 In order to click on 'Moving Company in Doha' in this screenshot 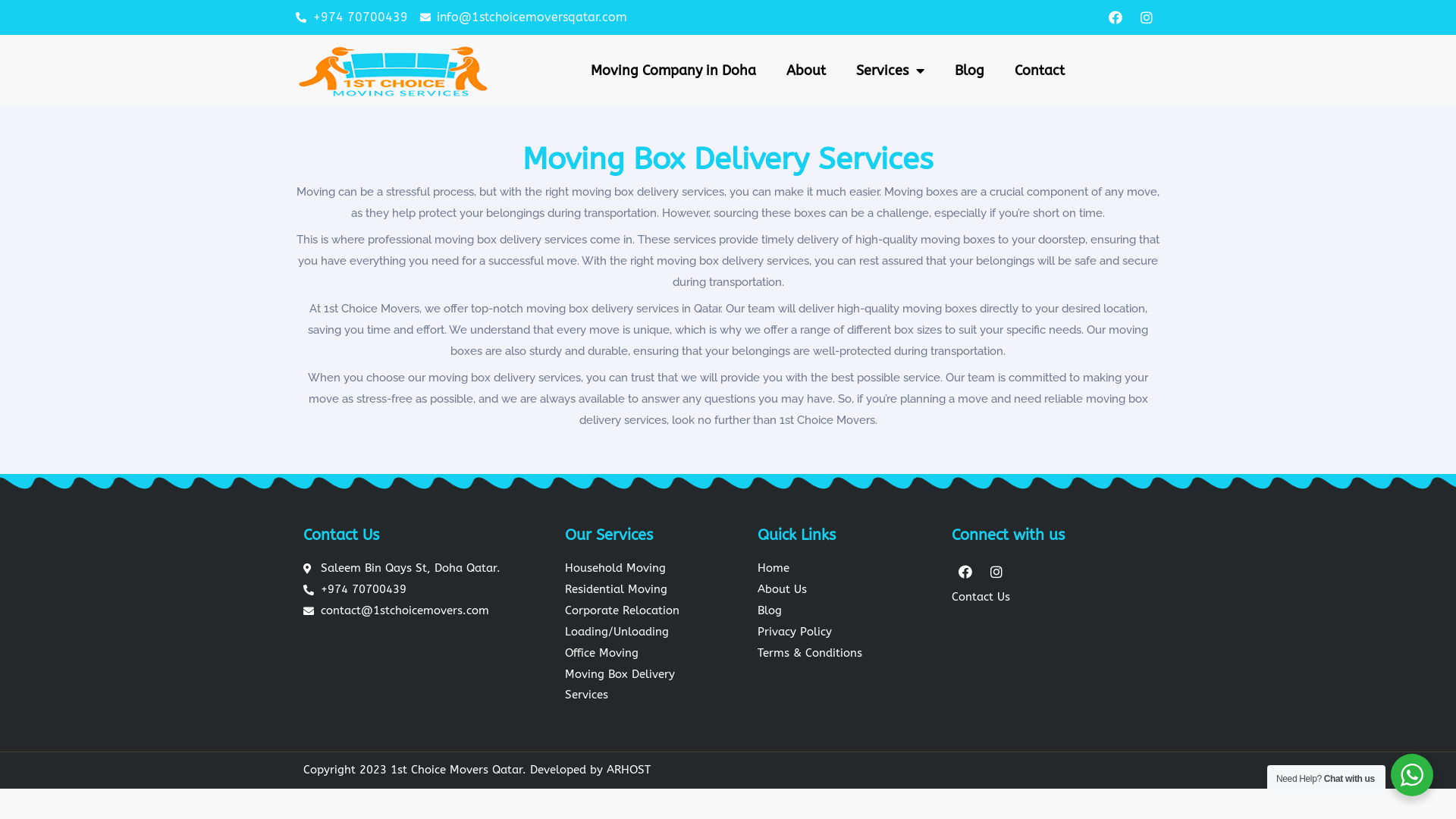, I will do `click(673, 70)`.